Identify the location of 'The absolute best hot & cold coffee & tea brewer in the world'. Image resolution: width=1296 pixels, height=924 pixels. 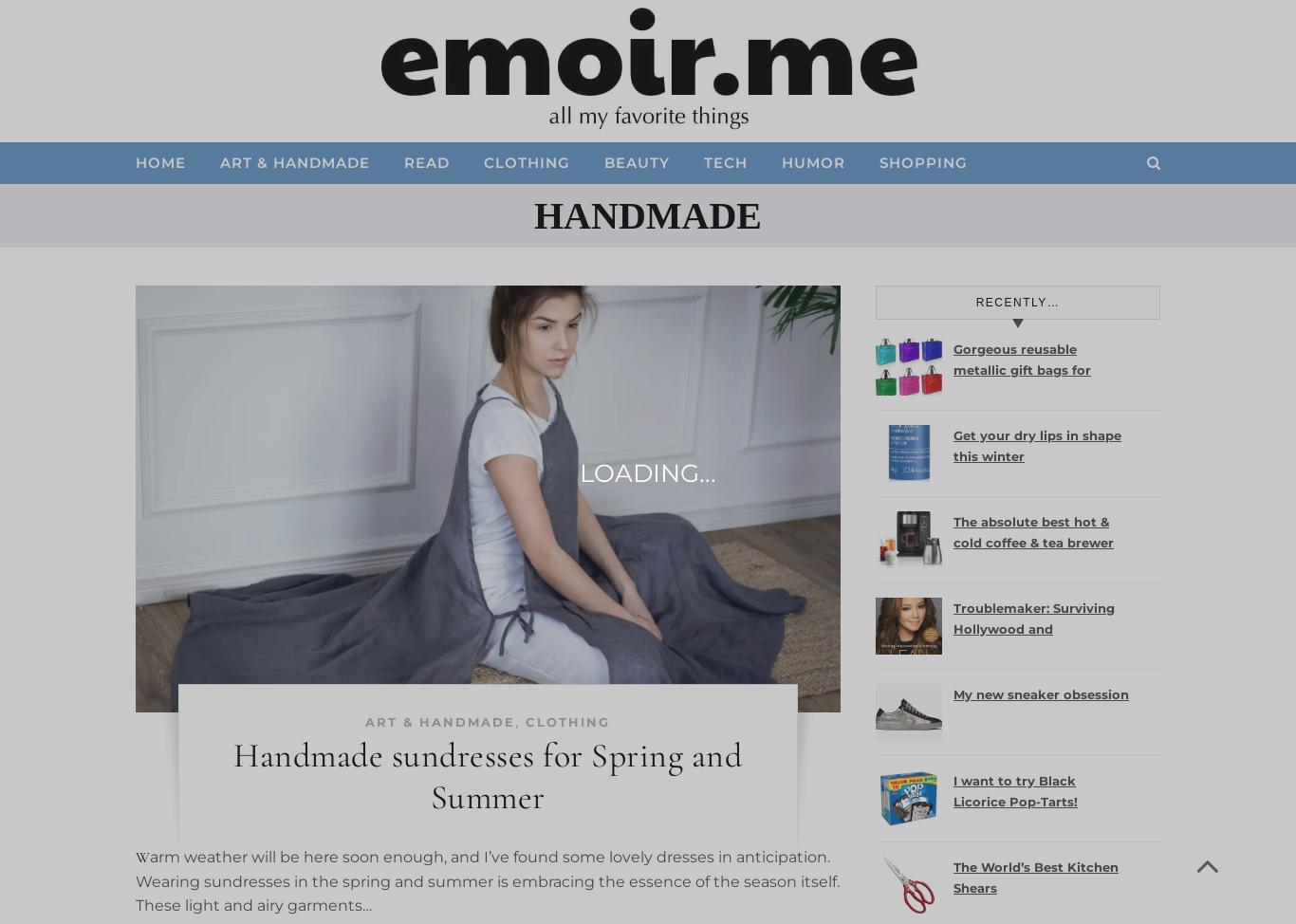
(953, 540).